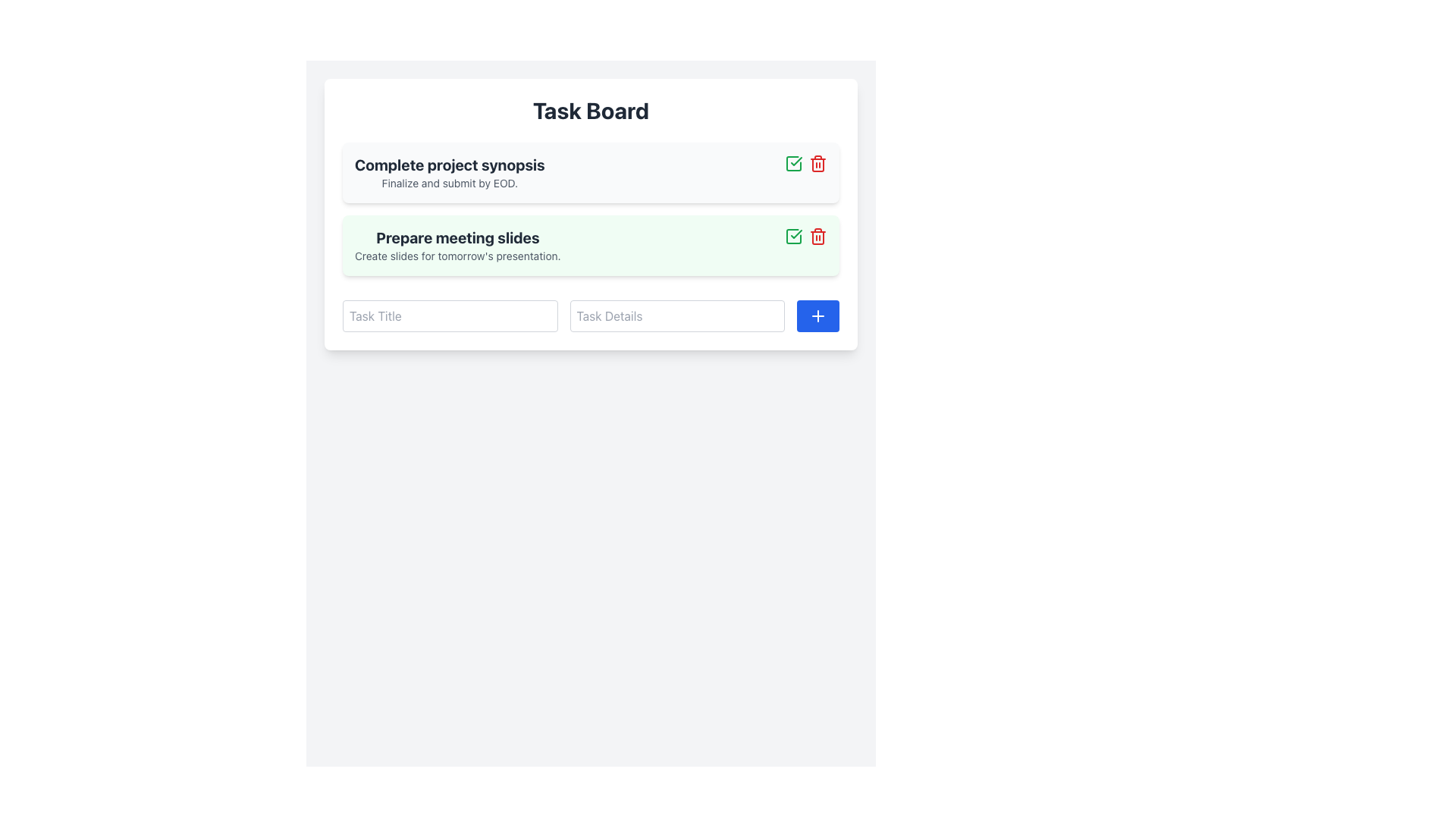 The height and width of the screenshot is (819, 1456). Describe the element at coordinates (795, 234) in the screenshot. I see `the checkmark icon that marks the task 'Prepare meeting slides' as complete in the task board interface` at that location.